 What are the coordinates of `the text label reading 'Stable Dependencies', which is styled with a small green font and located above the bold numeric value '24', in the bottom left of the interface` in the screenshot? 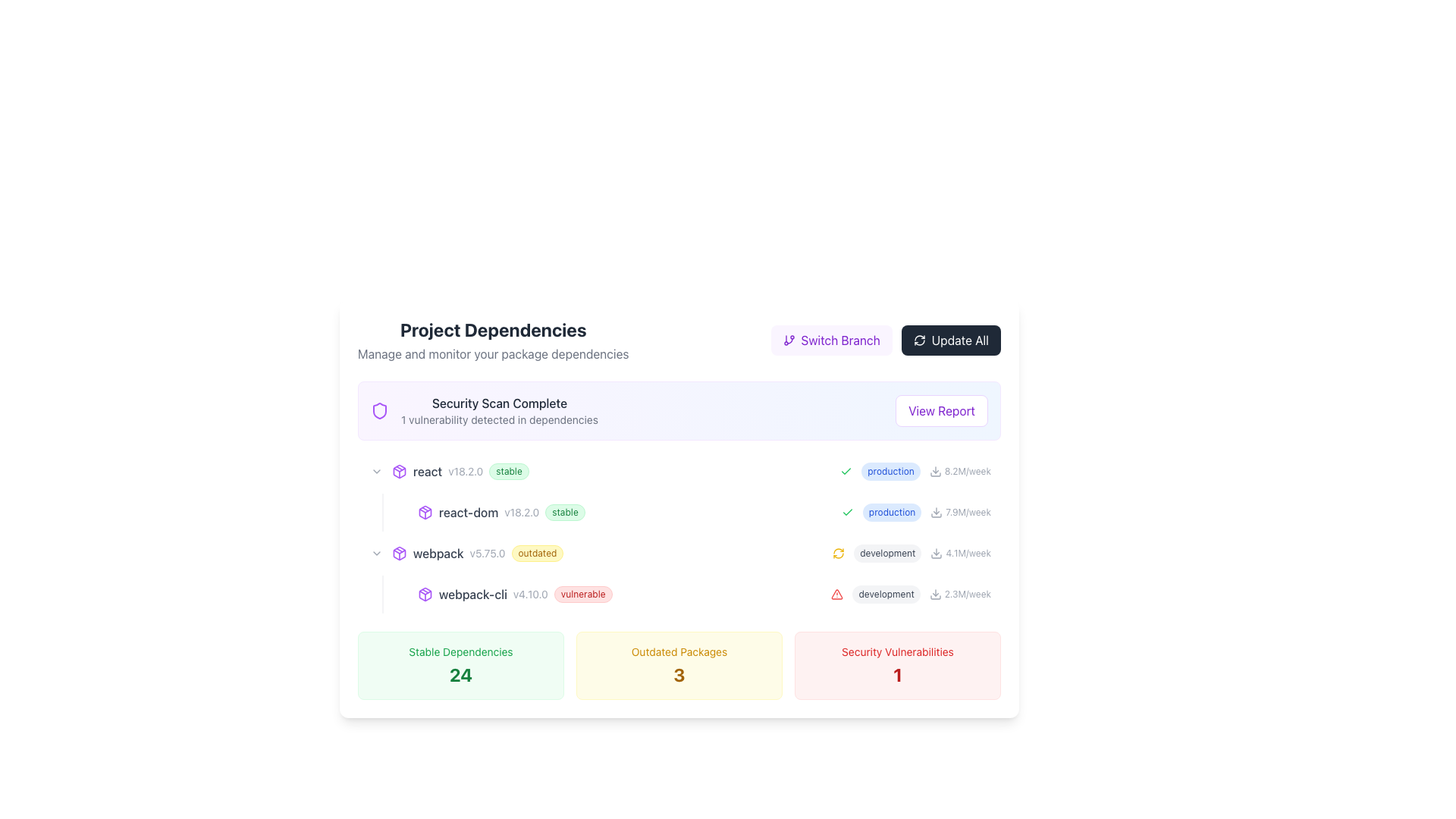 It's located at (460, 651).